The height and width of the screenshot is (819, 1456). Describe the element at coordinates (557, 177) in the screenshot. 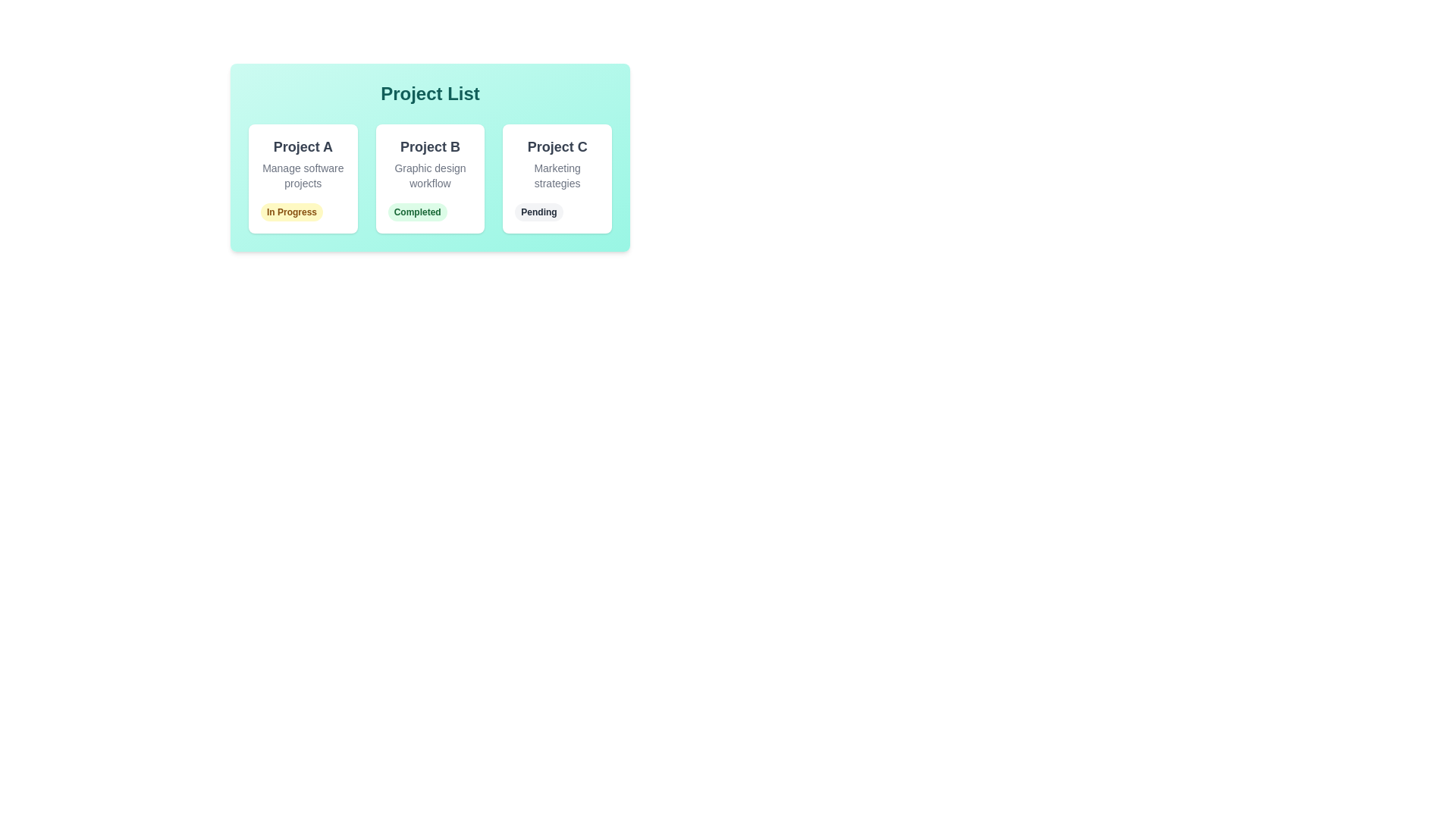

I see `the card representing Project C to view its details` at that location.